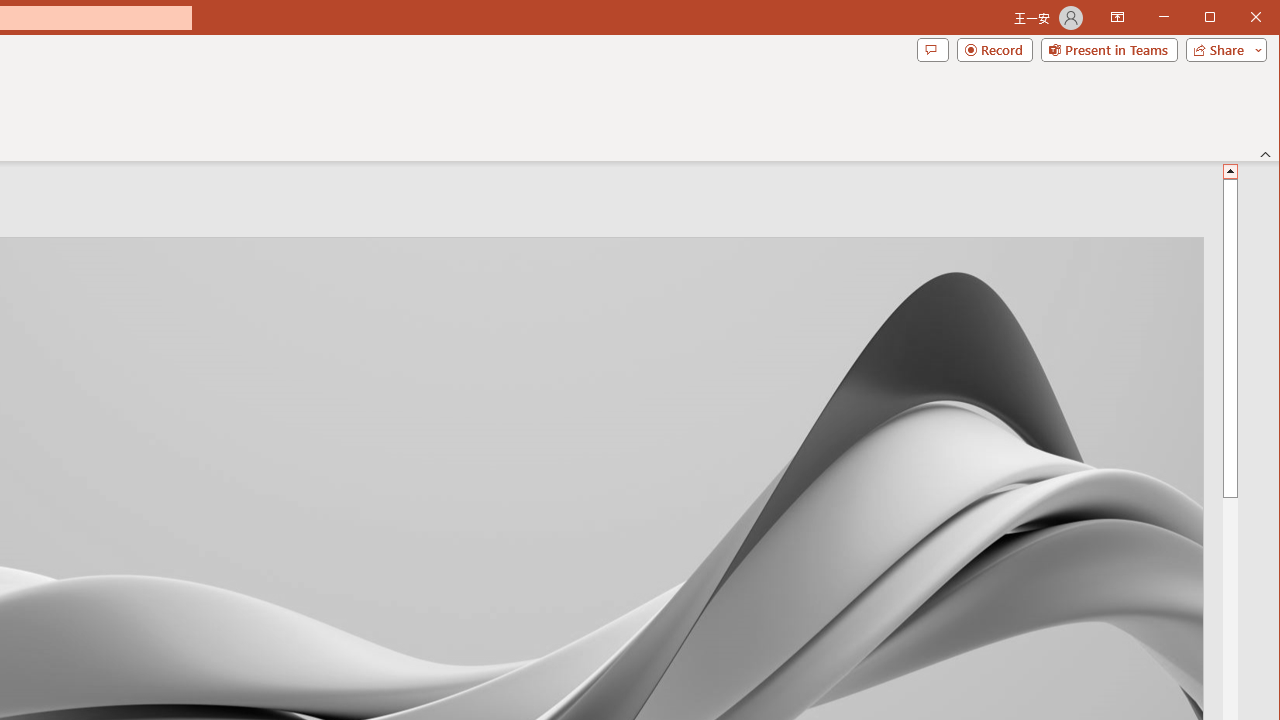  Describe the element at coordinates (1229, 169) in the screenshot. I see `'Line up'` at that location.